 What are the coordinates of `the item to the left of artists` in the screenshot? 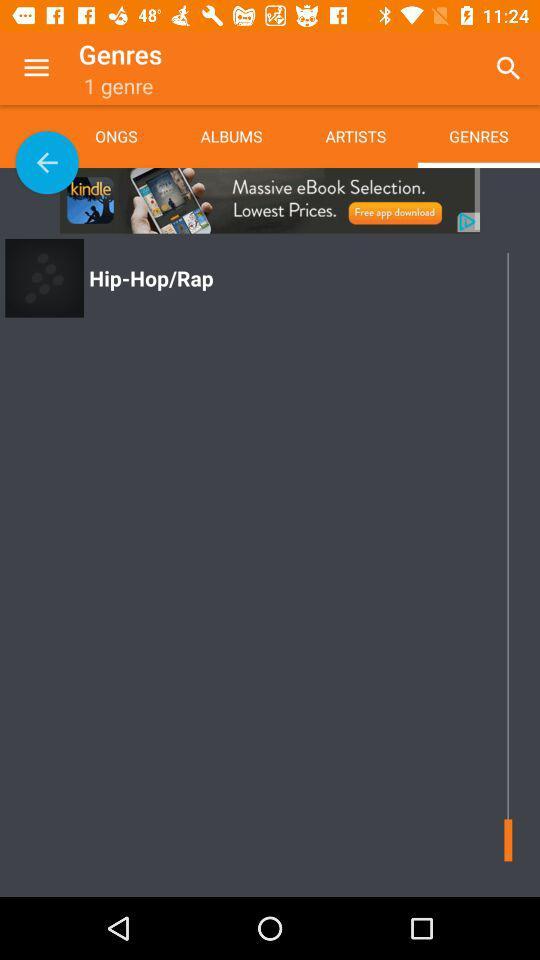 It's located at (230, 135).